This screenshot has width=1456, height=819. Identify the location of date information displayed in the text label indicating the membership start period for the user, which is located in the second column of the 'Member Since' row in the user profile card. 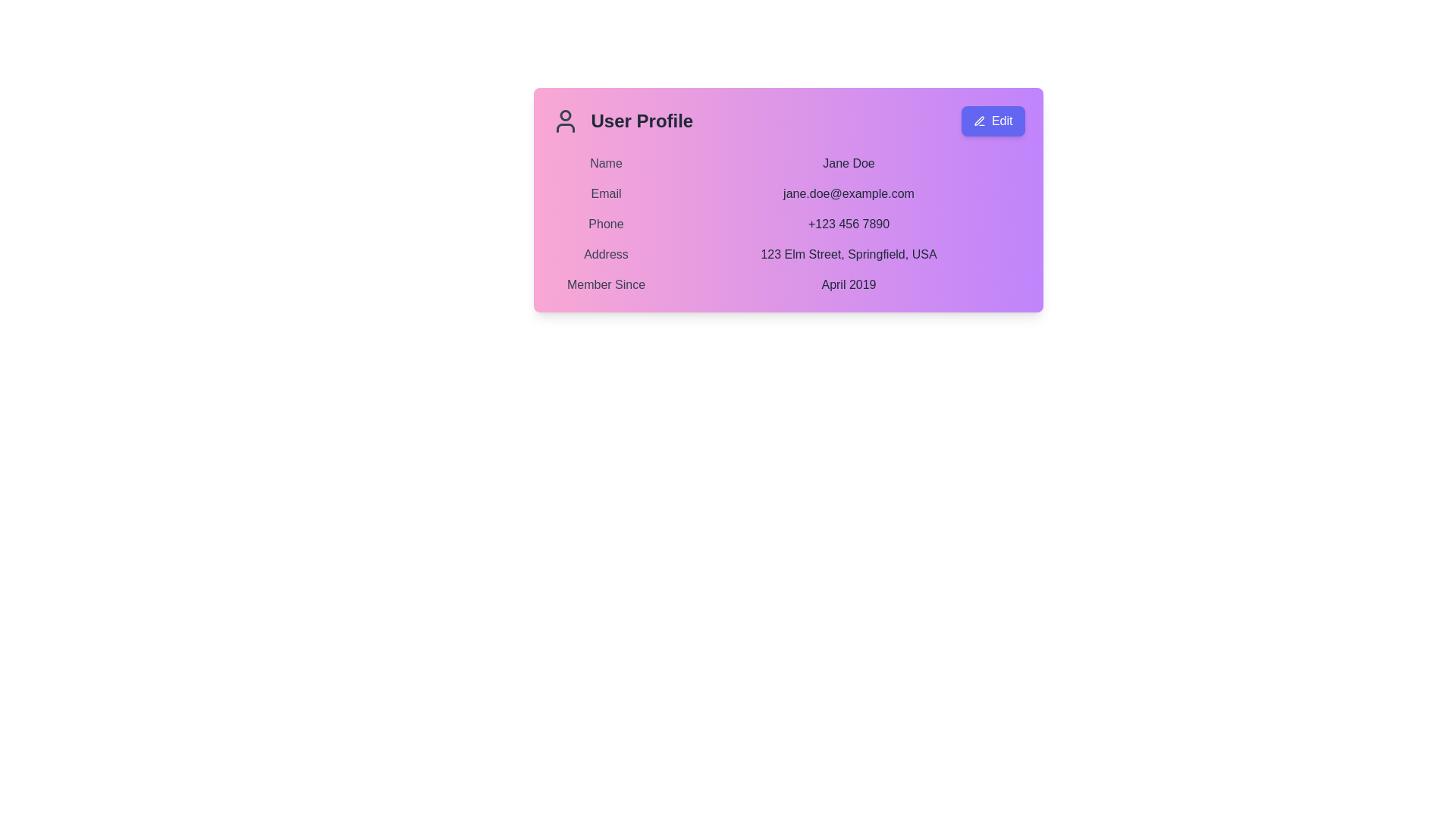
(848, 284).